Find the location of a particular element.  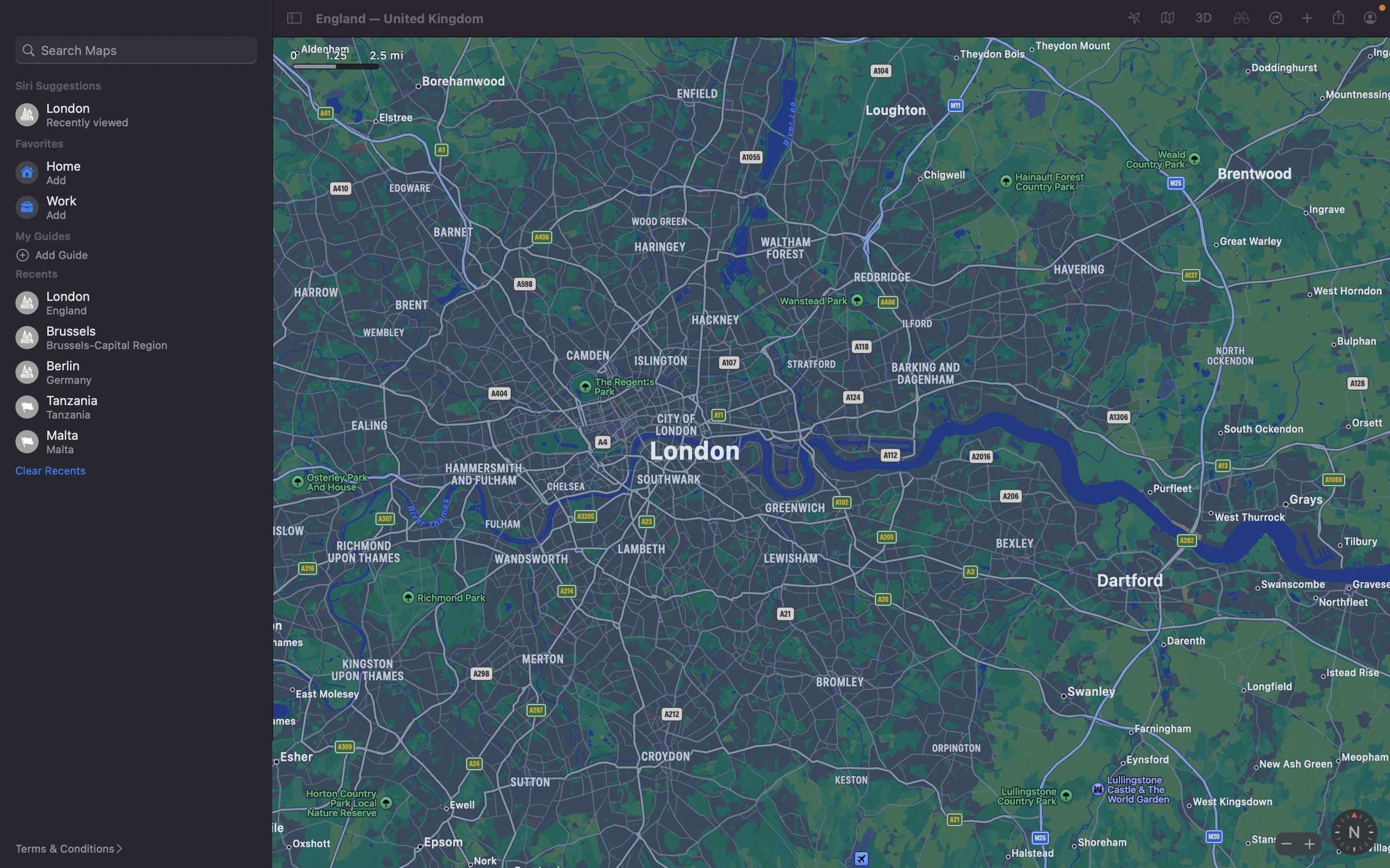

Communicate the current map coordinates is located at coordinates (1340, 16).